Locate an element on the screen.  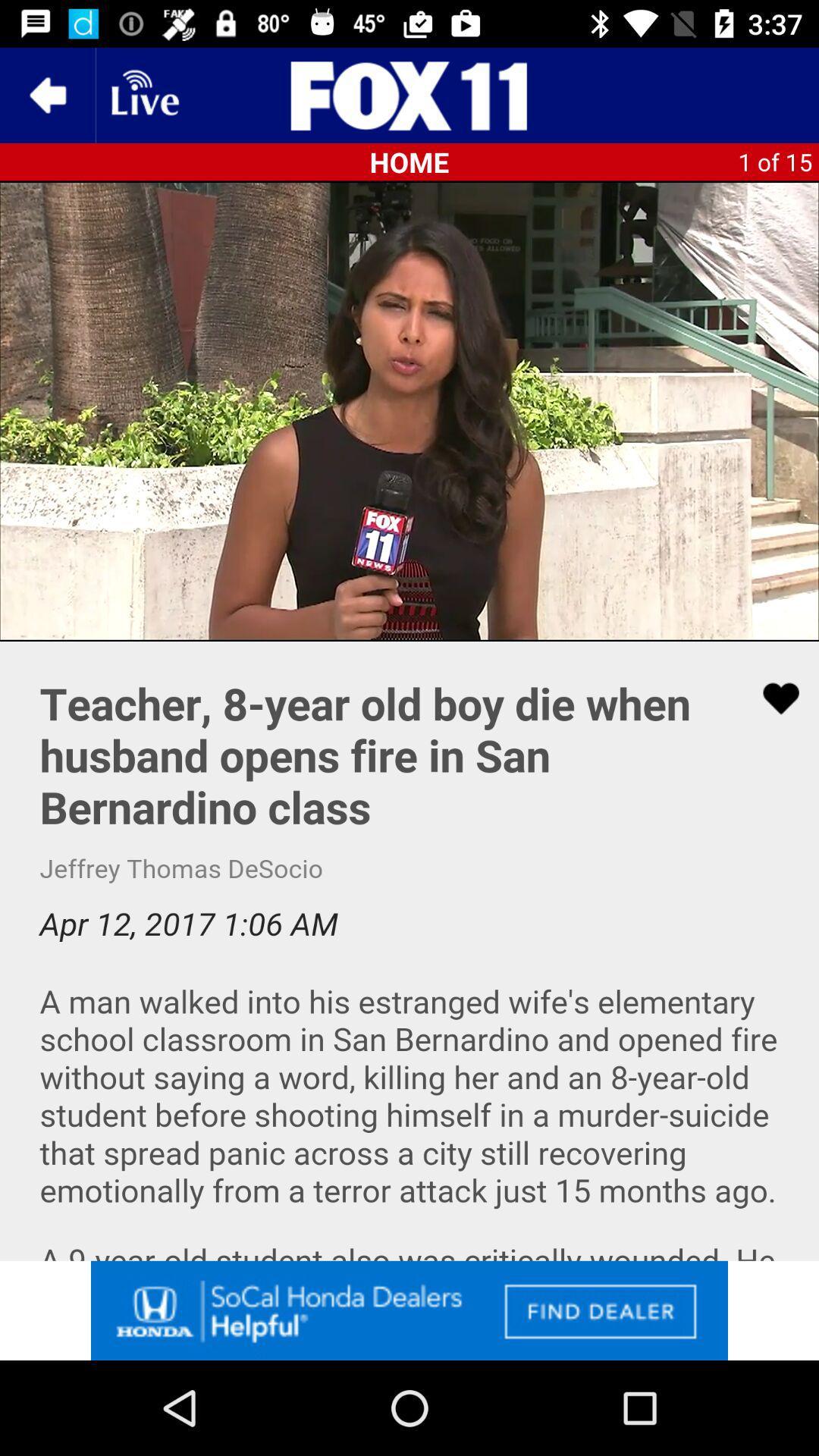
the arrow_backward icon is located at coordinates (46, 94).